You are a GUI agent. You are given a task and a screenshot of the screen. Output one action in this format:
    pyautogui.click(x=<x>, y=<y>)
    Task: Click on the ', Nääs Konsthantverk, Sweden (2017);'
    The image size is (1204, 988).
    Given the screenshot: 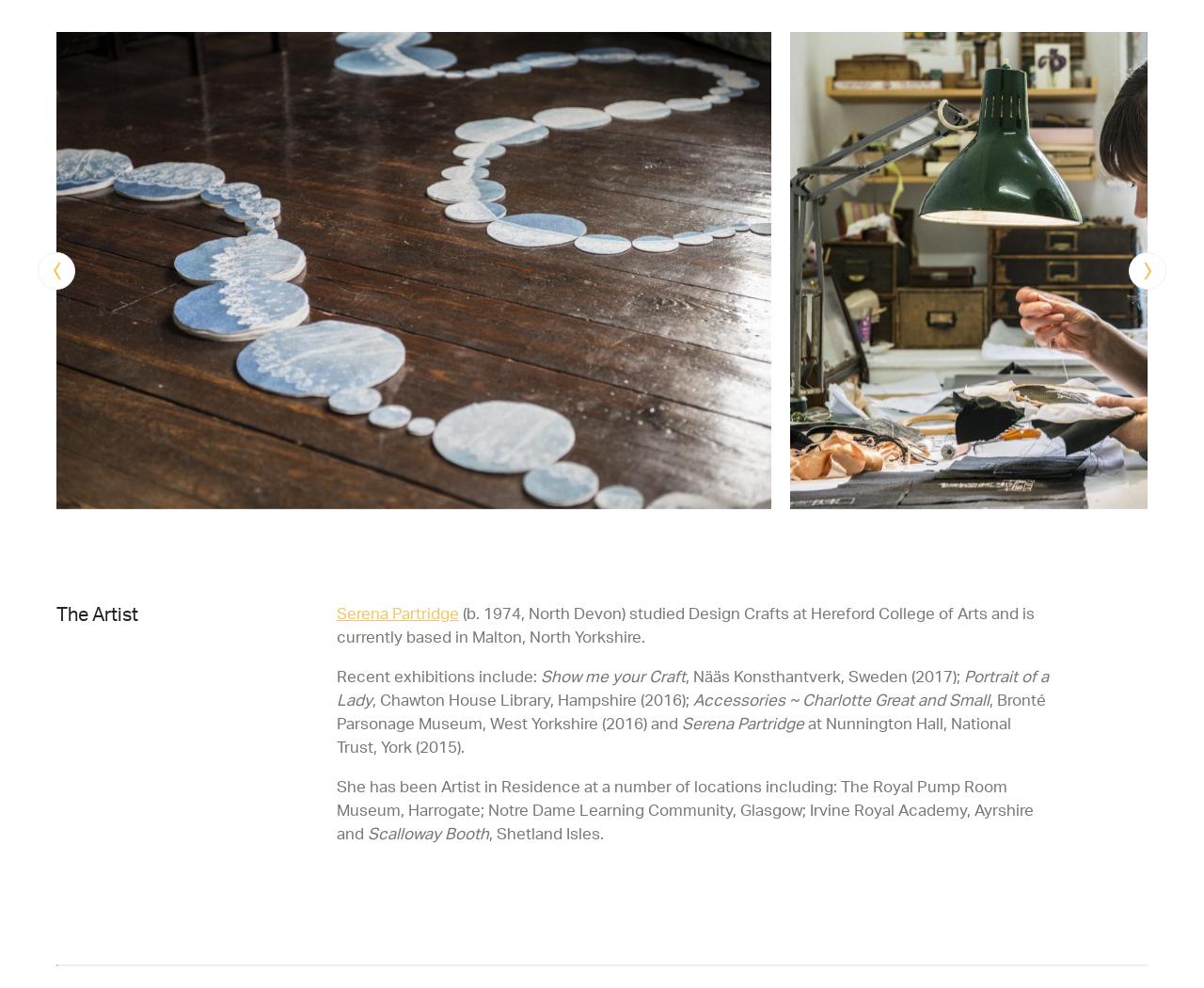 What is the action you would take?
    pyautogui.click(x=824, y=674)
    